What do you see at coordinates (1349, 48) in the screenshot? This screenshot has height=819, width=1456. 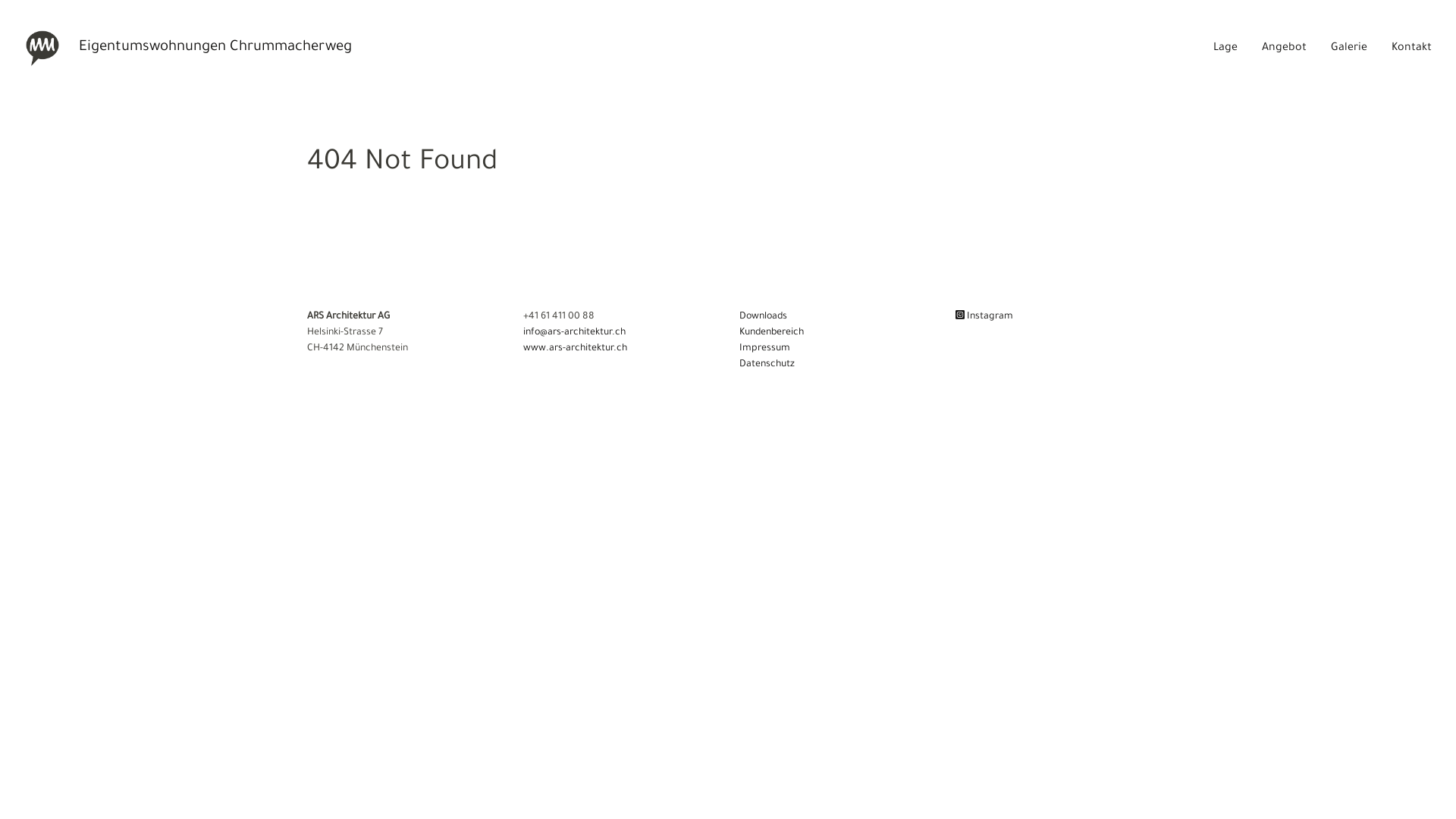 I see `'Galerie'` at bounding box center [1349, 48].